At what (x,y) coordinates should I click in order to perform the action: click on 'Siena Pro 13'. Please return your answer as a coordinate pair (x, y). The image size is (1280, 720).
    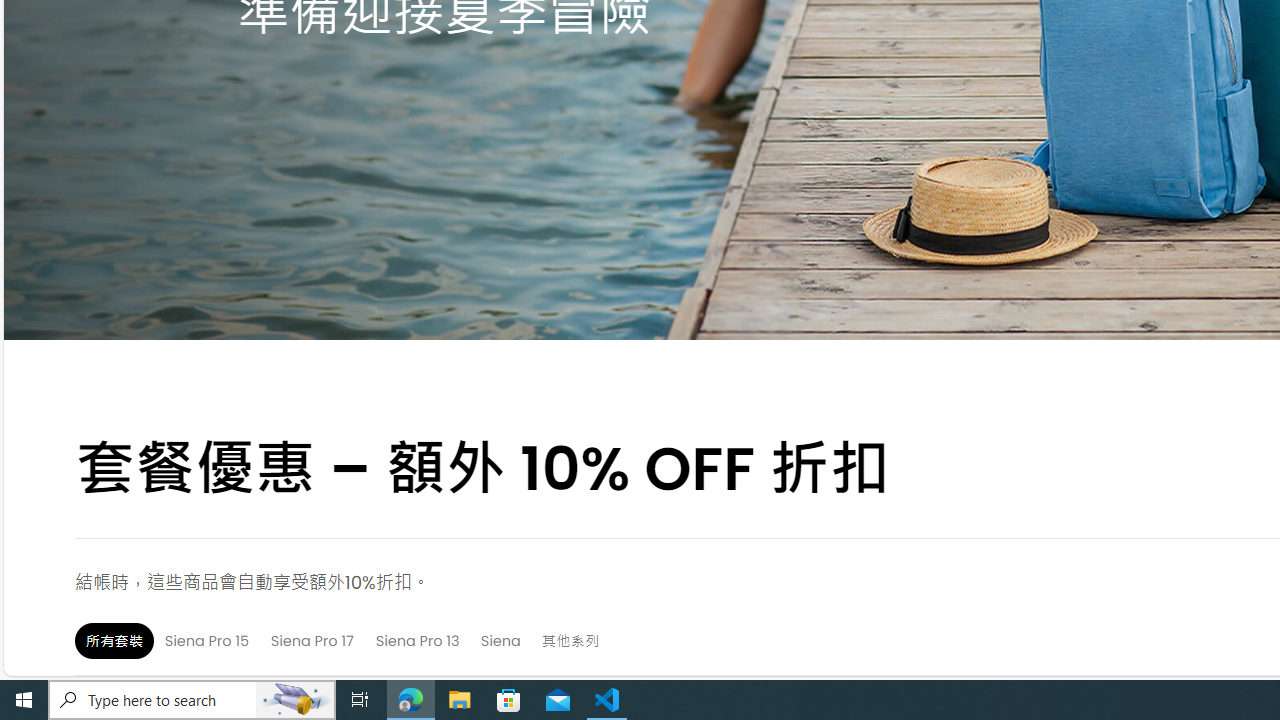
    Looking at the image, I should click on (416, 640).